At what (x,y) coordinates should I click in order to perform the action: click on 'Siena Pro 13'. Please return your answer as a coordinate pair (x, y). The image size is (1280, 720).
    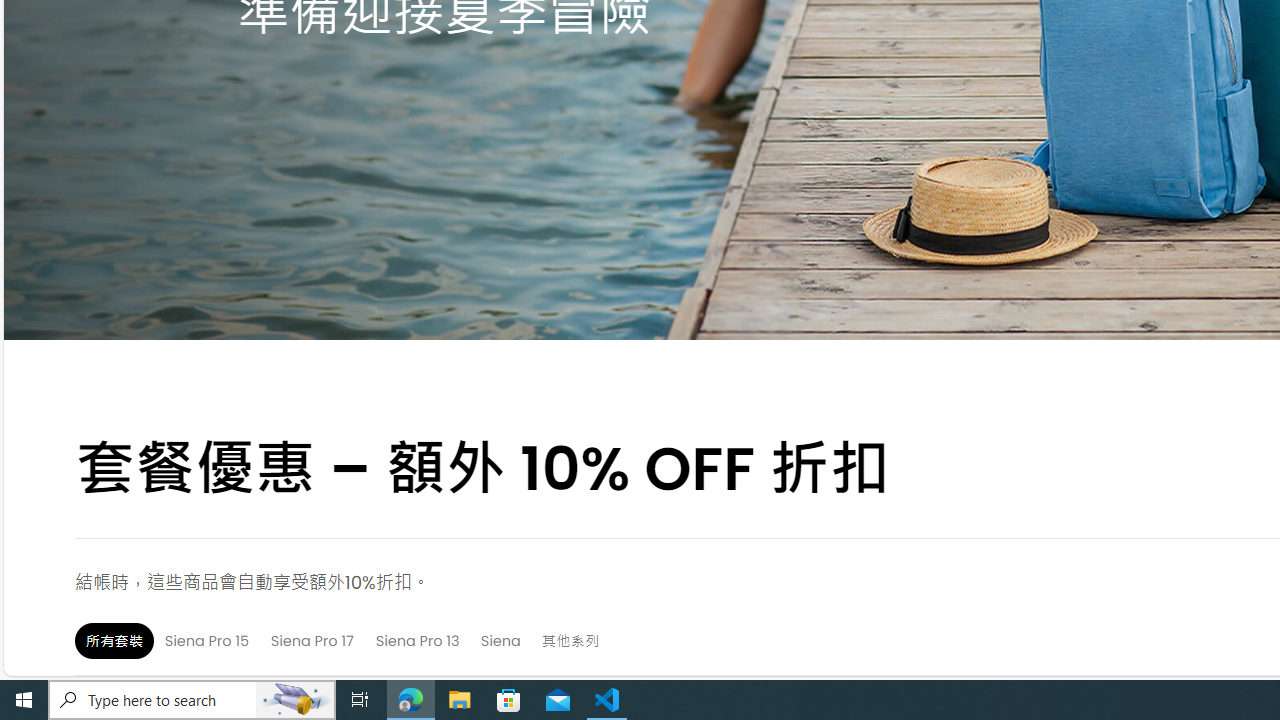
    Looking at the image, I should click on (416, 640).